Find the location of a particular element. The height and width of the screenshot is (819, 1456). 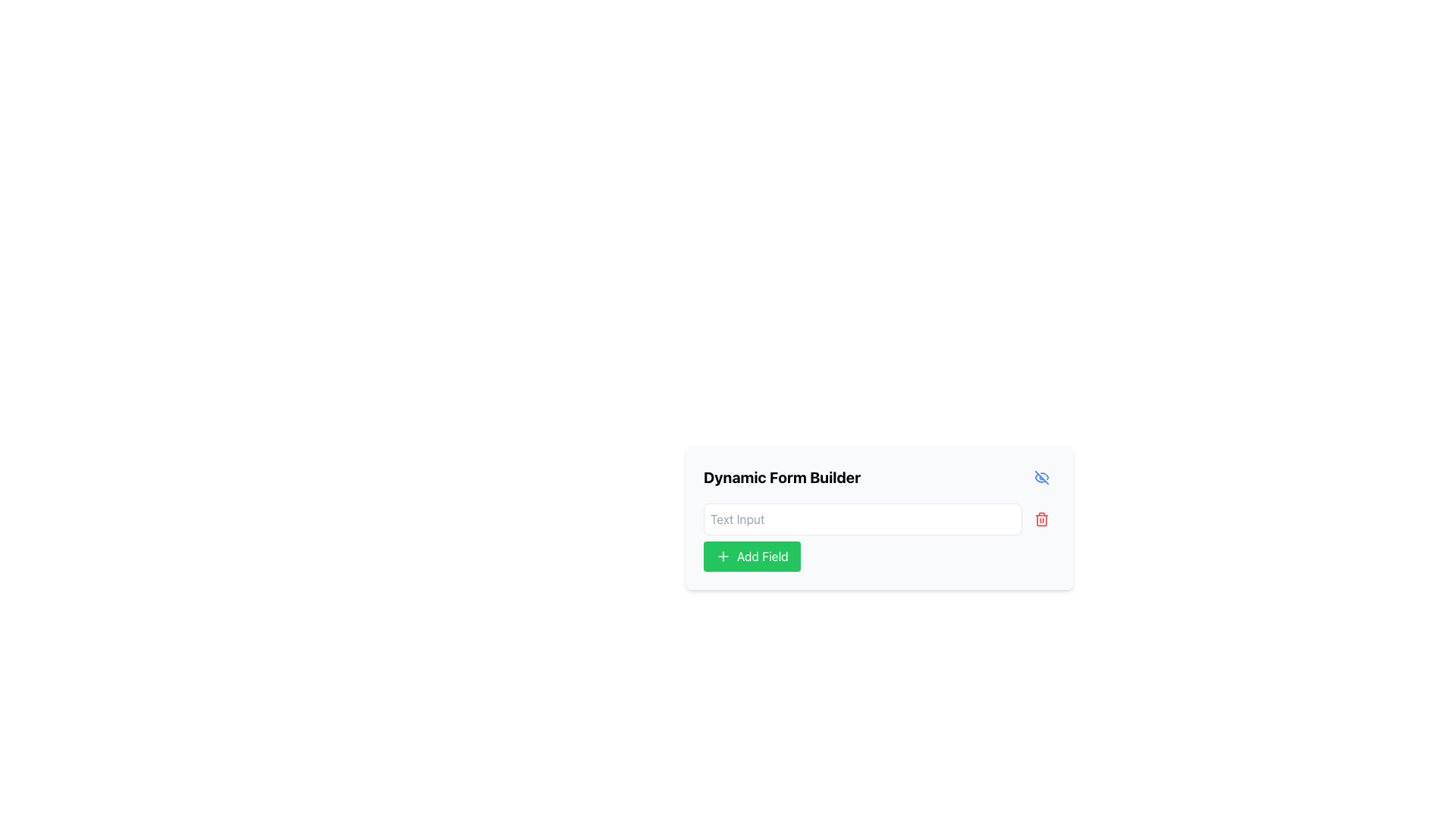

the trash can icon button, which is a minimal red icon located adjacent to the visibility toggle icon in the dynamic form builder section is located at coordinates (1040, 519).